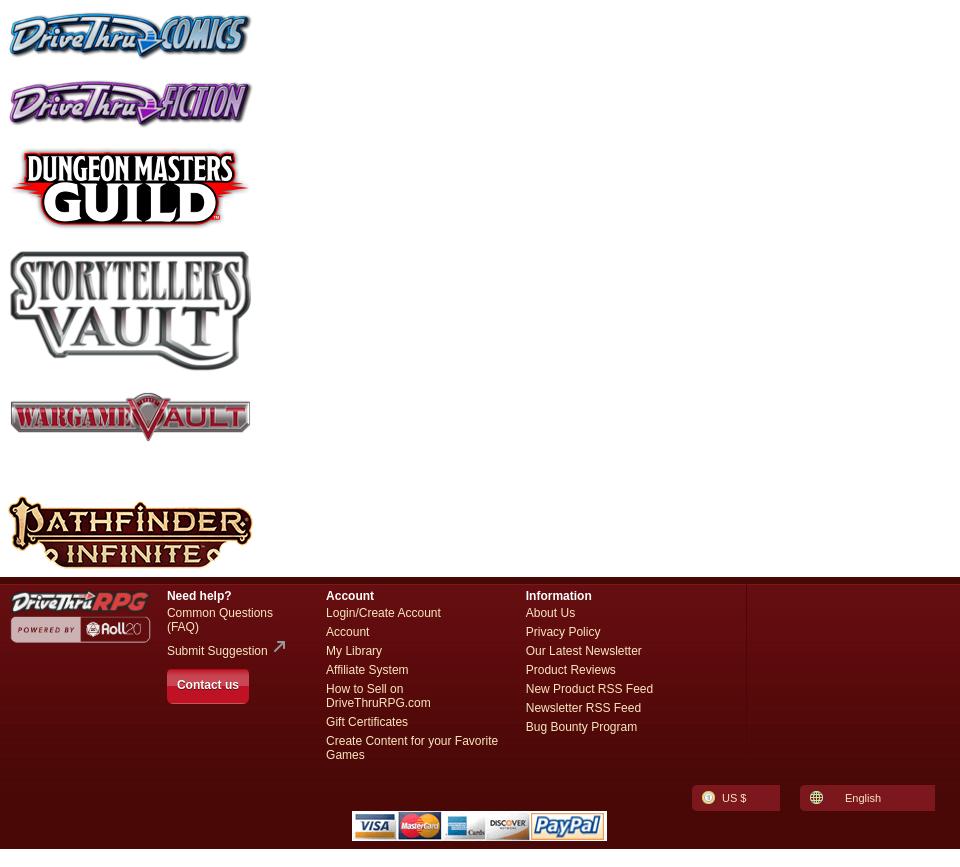 The height and width of the screenshot is (867, 960). Describe the element at coordinates (218, 618) in the screenshot. I see `'Common Questions (FAQ)'` at that location.